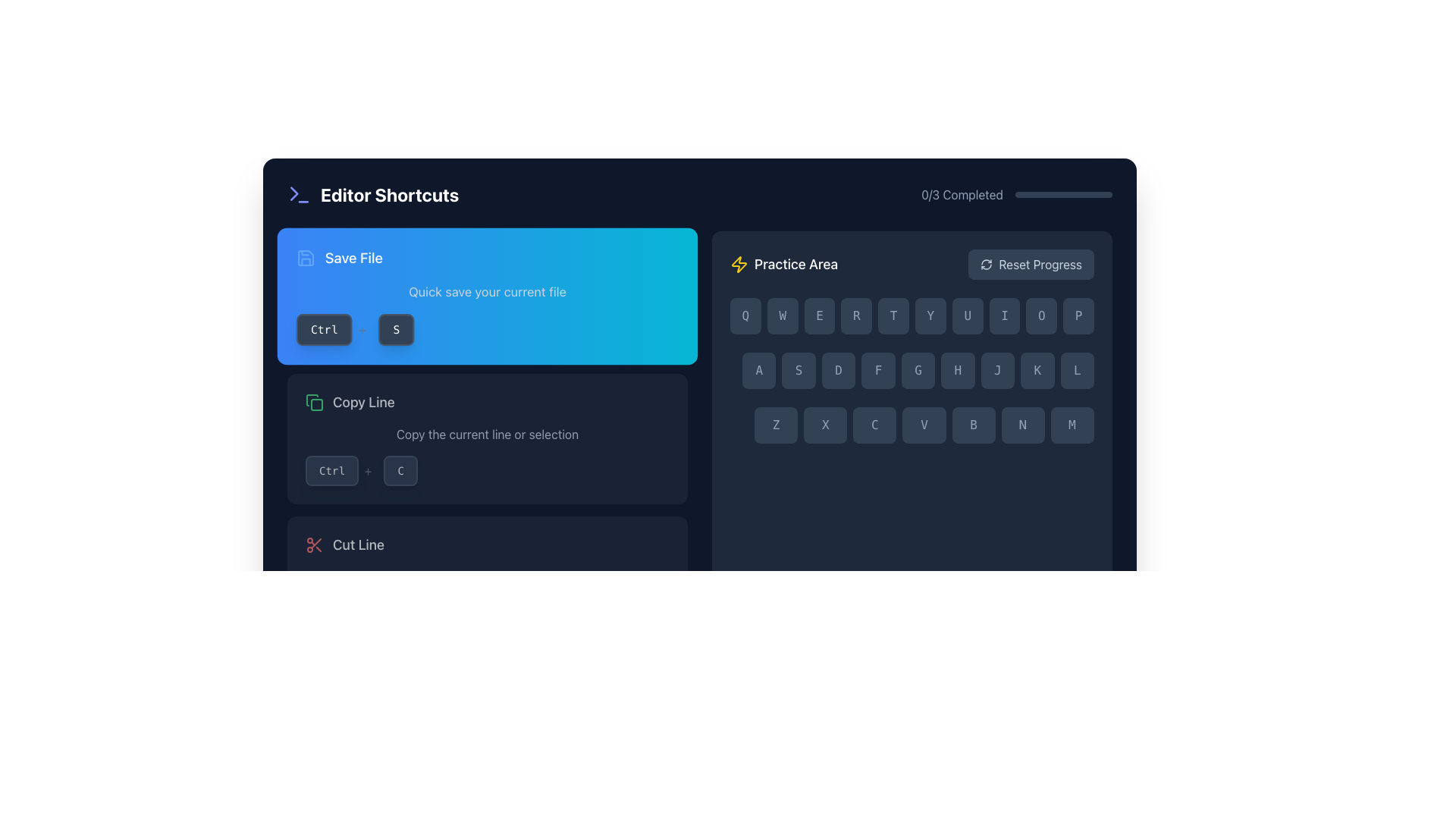 Image resolution: width=1456 pixels, height=819 pixels. Describe the element at coordinates (893, 315) in the screenshot. I see `the small rectangular button with a dark slate background and light-colored text 'T', located between the 'R' and 'Y' keys in the virtual keyboard under the 'Practice Area' title` at that location.